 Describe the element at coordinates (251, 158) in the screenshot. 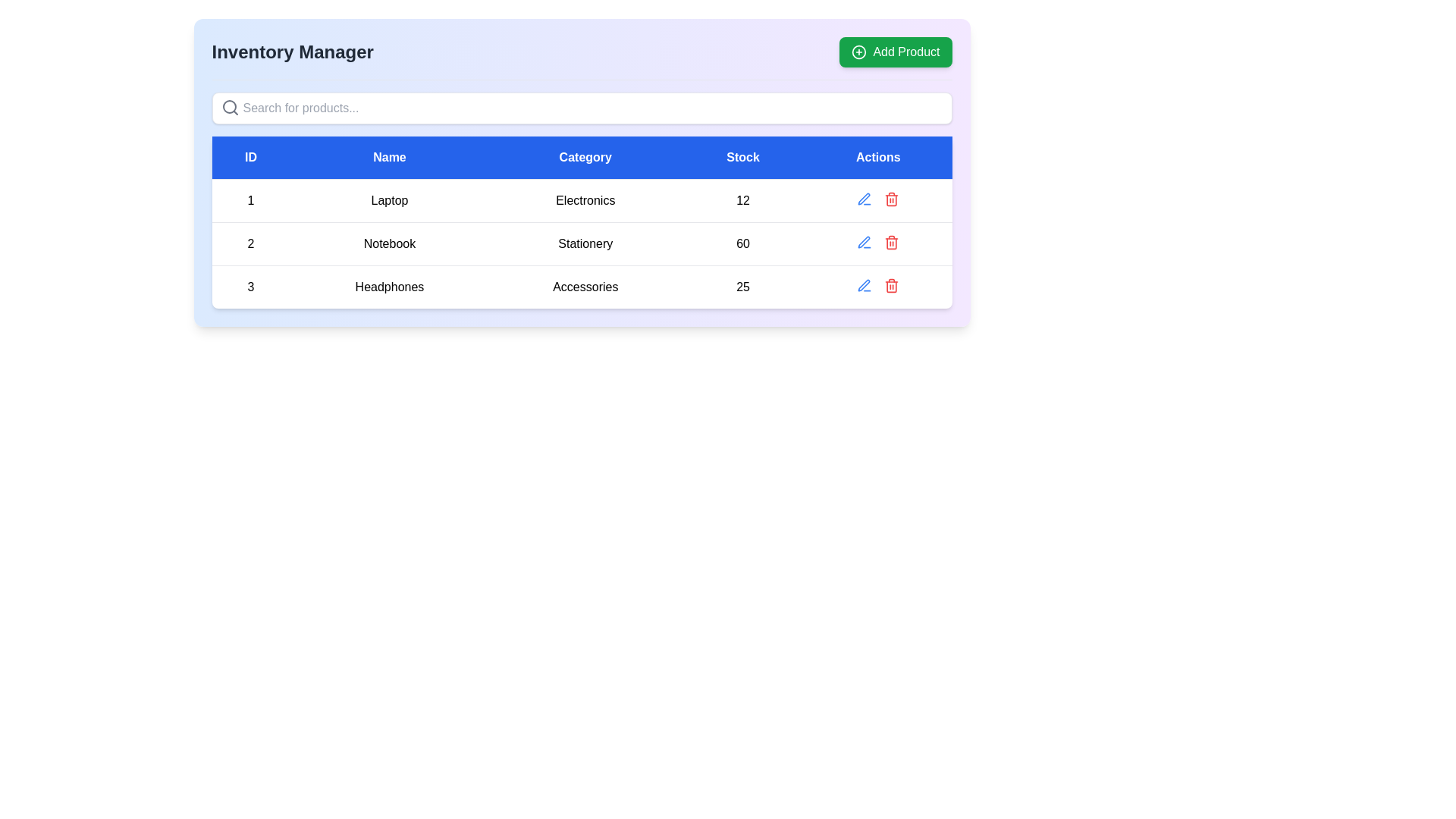

I see `the header cell displaying 'ID', which is a rectangular blue area with white bold text, positioned at the top-left of the table layout` at that location.